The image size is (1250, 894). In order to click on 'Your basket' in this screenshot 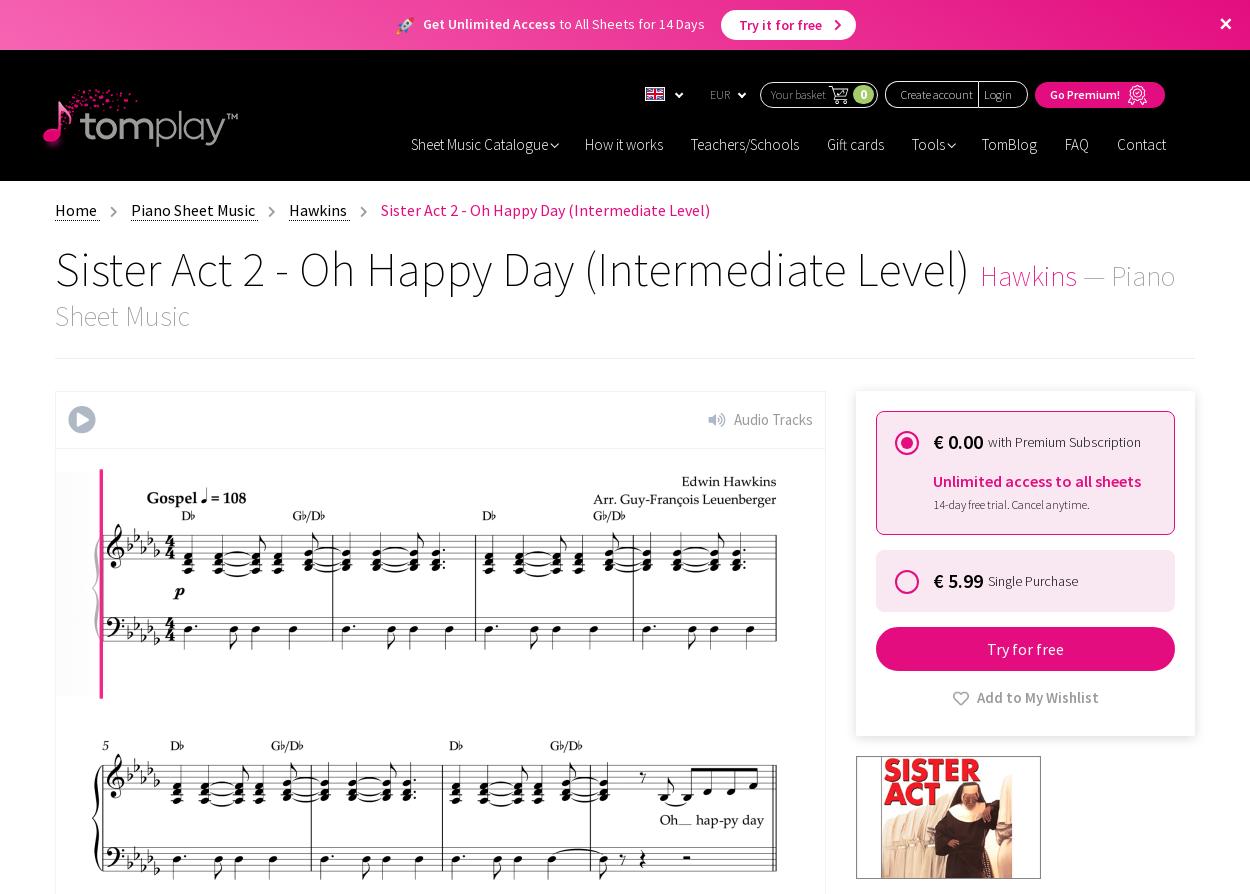, I will do `click(798, 93)`.